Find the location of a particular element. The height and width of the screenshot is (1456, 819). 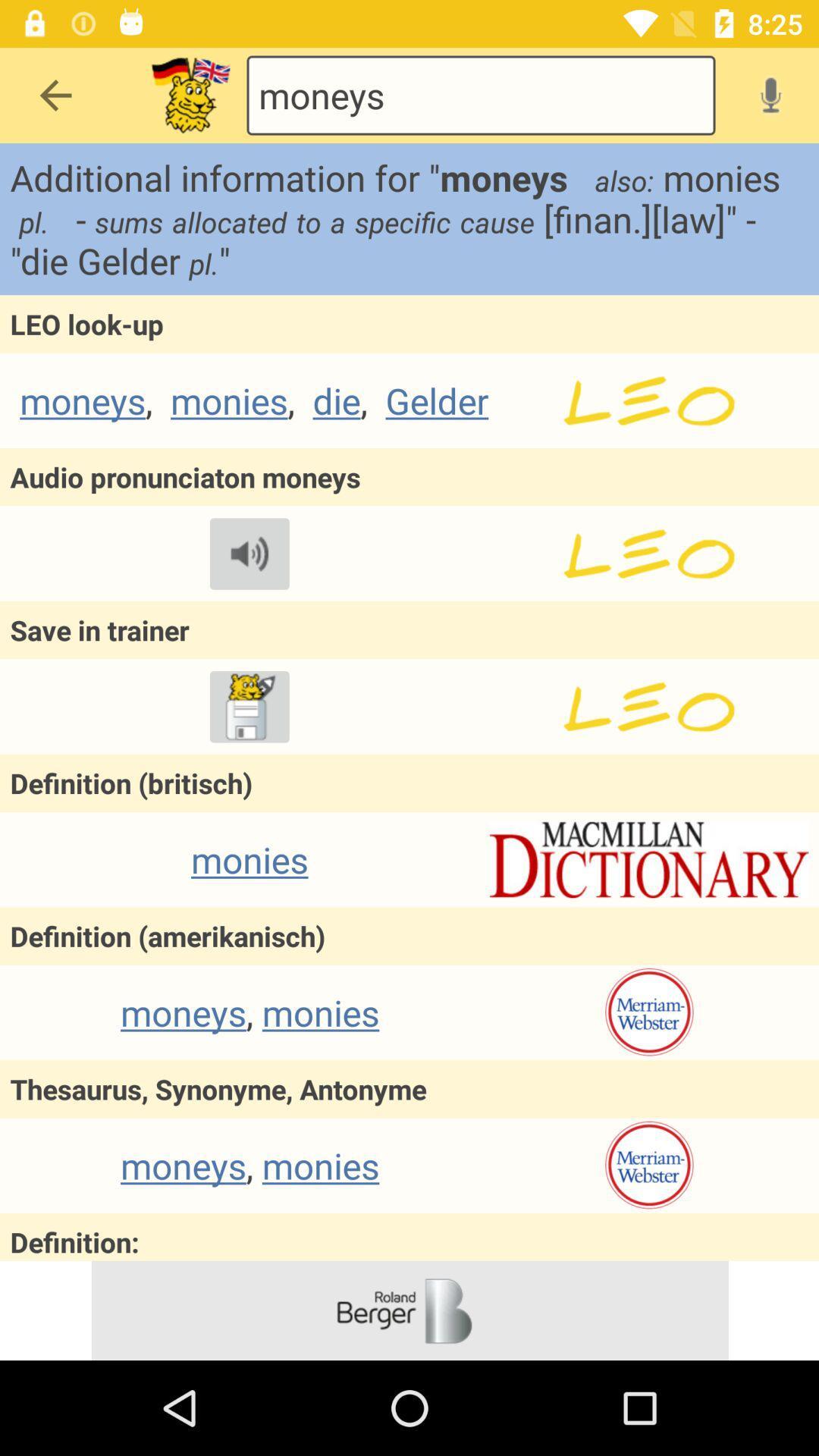

open advertisements is located at coordinates (409, 1310).